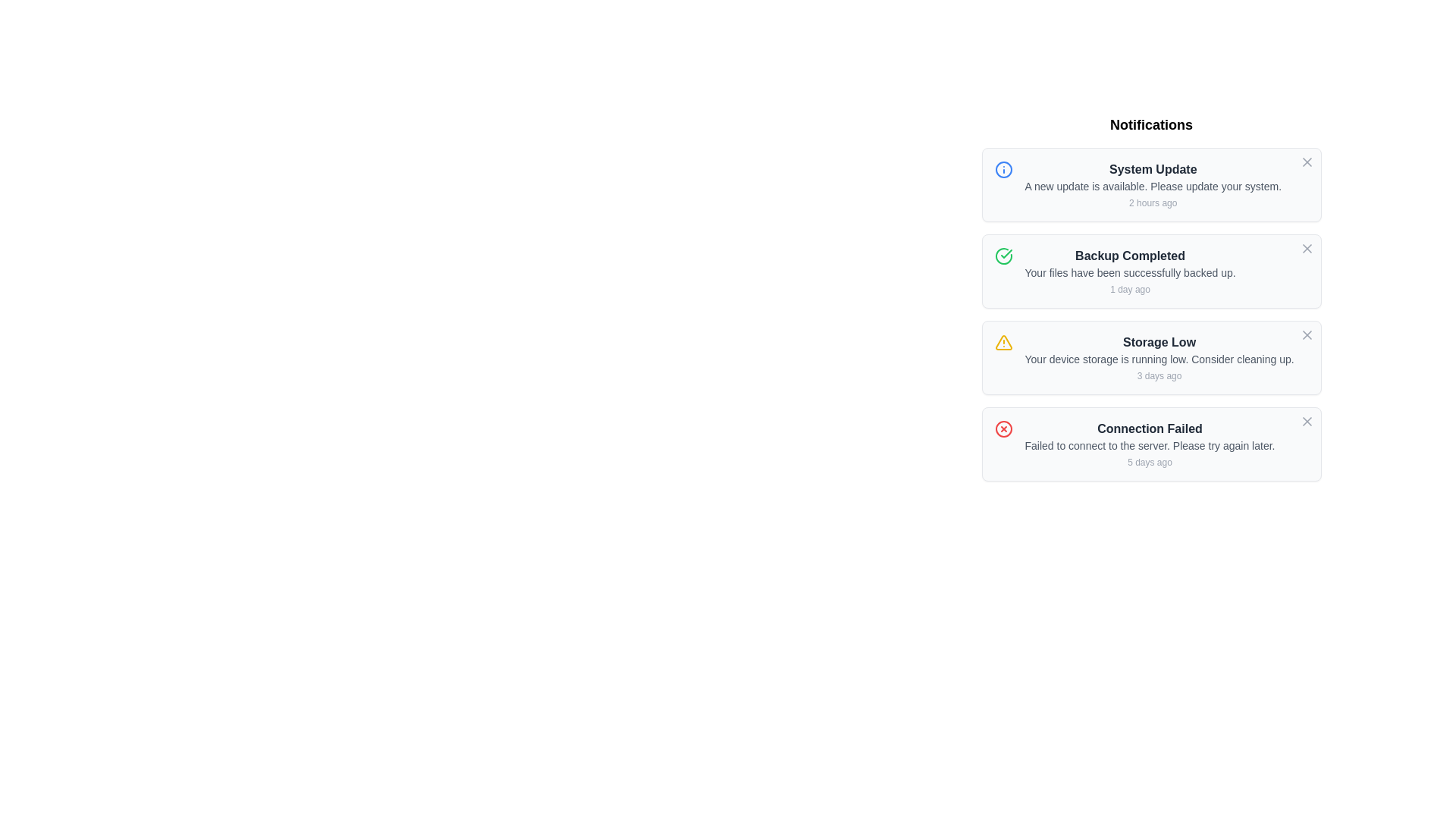  What do you see at coordinates (1306, 421) in the screenshot?
I see `the 'X'-shaped close icon located in the top-right corner of the 'Connection Failed' notification` at bounding box center [1306, 421].